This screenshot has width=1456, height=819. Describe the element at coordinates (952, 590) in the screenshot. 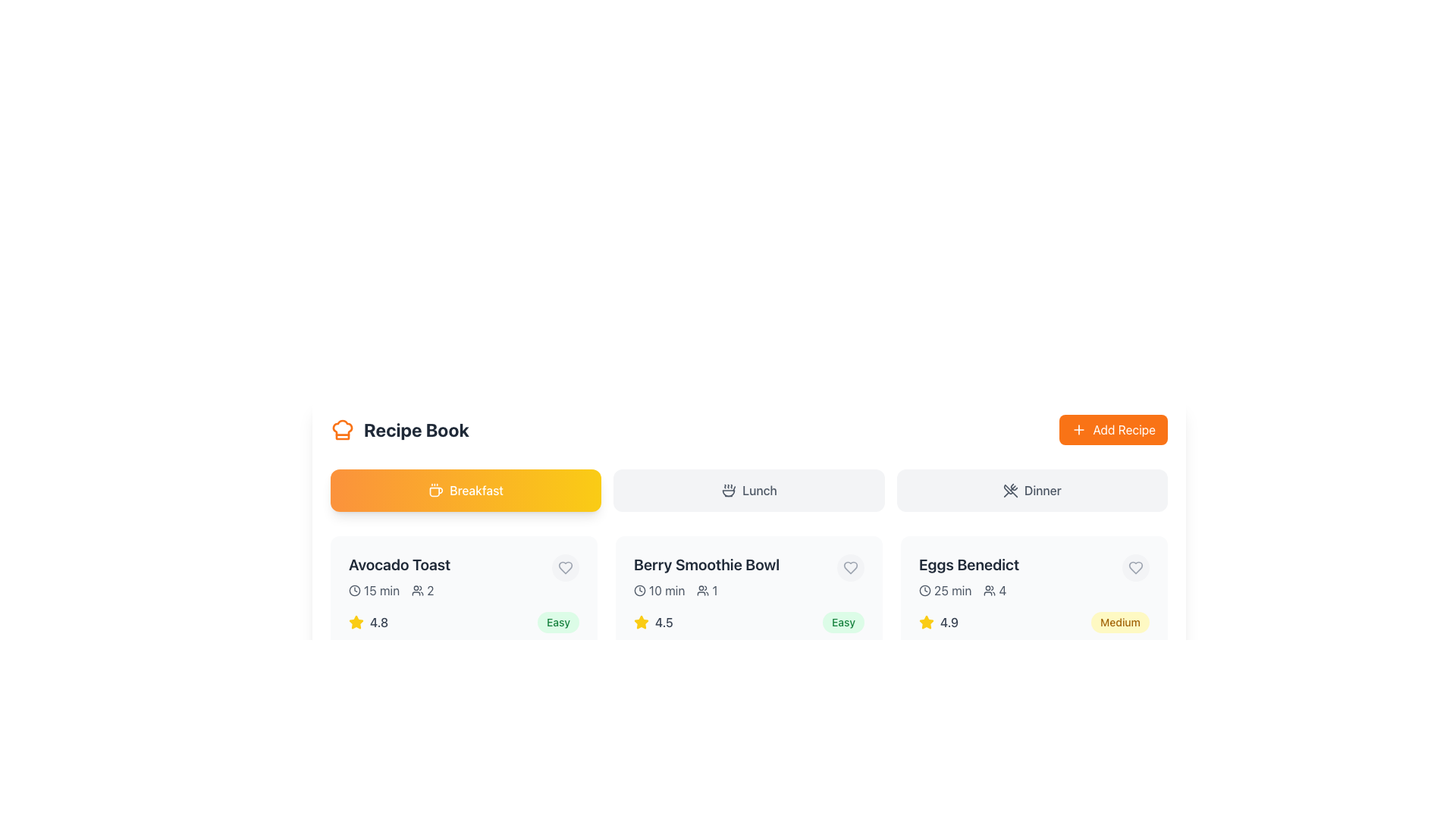

I see `the text label displaying the duration '25 min', located beneath the title 'Eggs Benedict' and to the right of the clock icon in the dinner section` at that location.